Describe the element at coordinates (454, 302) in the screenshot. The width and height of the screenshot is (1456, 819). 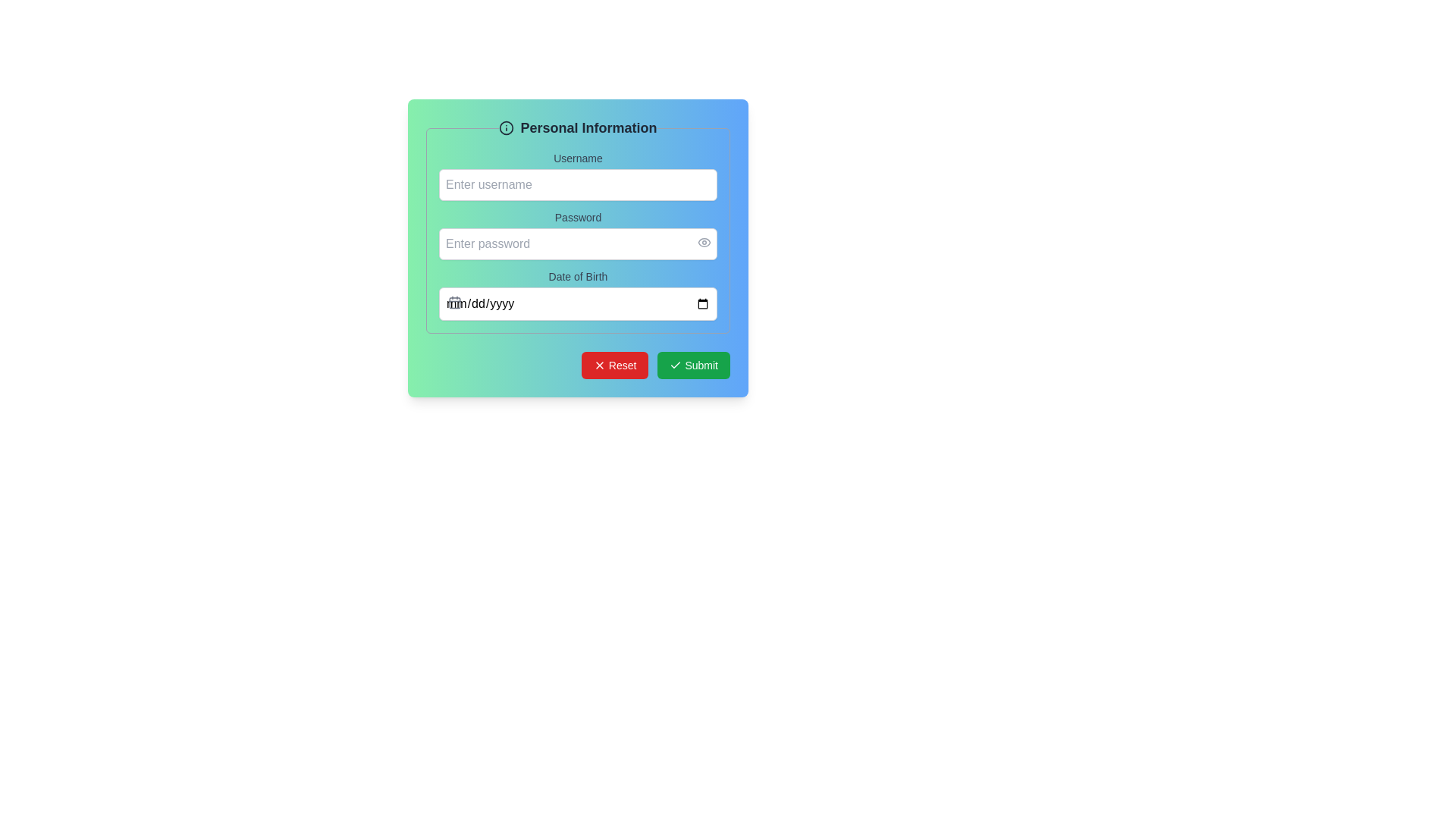
I see `the date selection icon located on the left side of the 'Date of Birth' input field, which is aligned vertically centered and slightly offset to the left` at that location.